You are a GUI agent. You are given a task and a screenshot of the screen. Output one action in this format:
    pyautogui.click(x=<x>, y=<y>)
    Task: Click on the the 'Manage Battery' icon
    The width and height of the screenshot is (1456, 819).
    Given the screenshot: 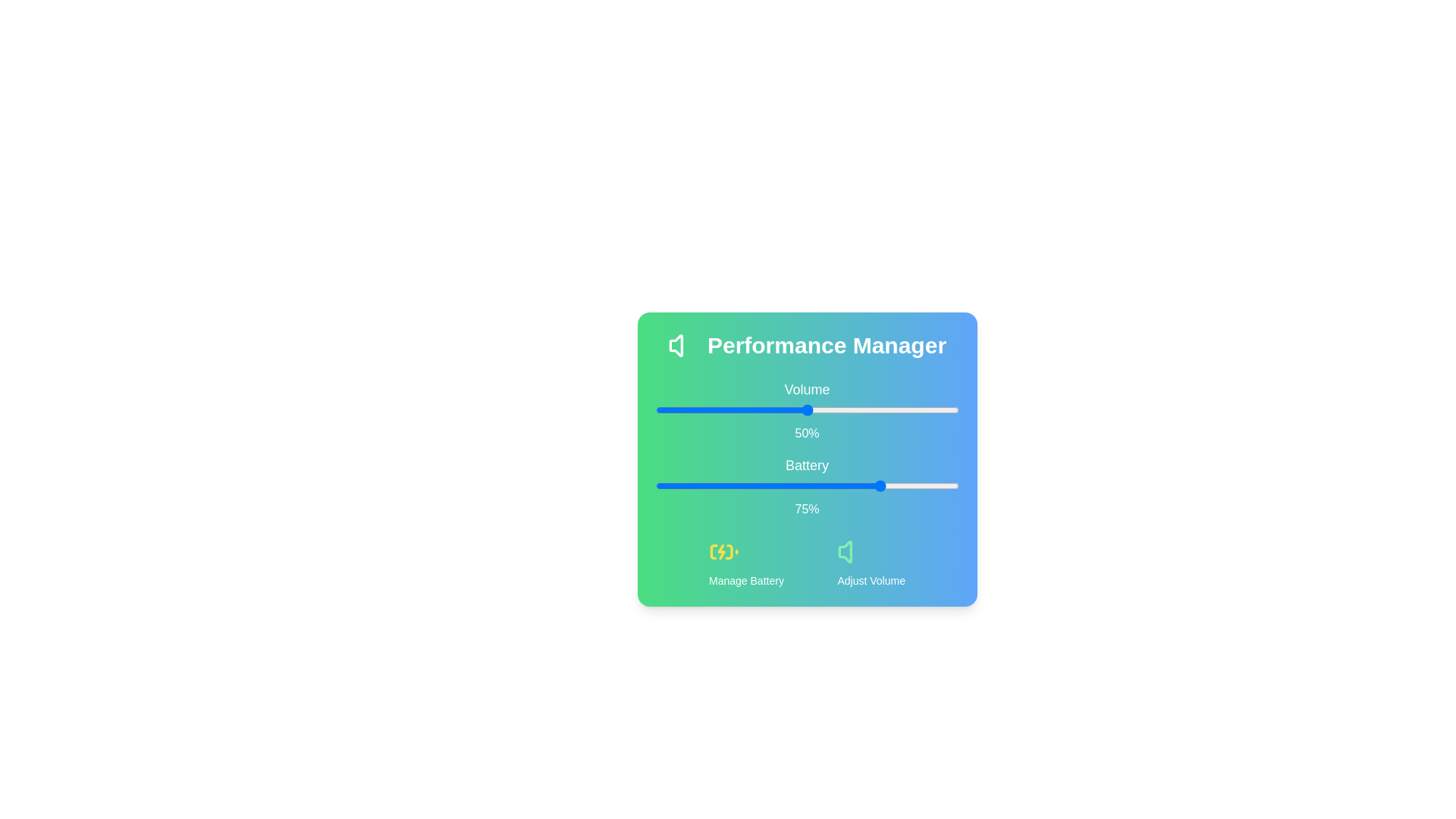 What is the action you would take?
    pyautogui.click(x=723, y=552)
    